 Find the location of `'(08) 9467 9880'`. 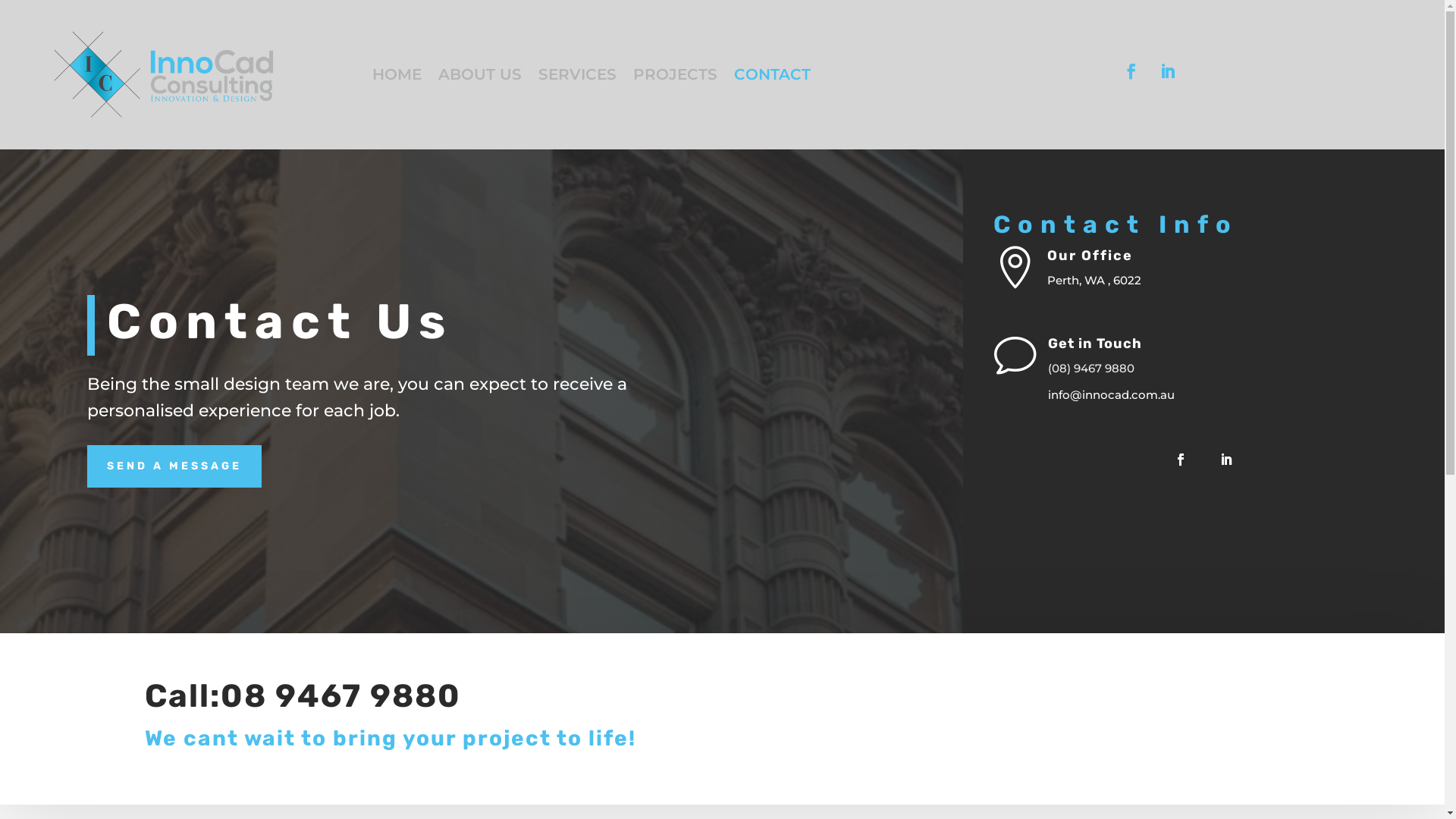

'(08) 9467 9880' is located at coordinates (1090, 368).